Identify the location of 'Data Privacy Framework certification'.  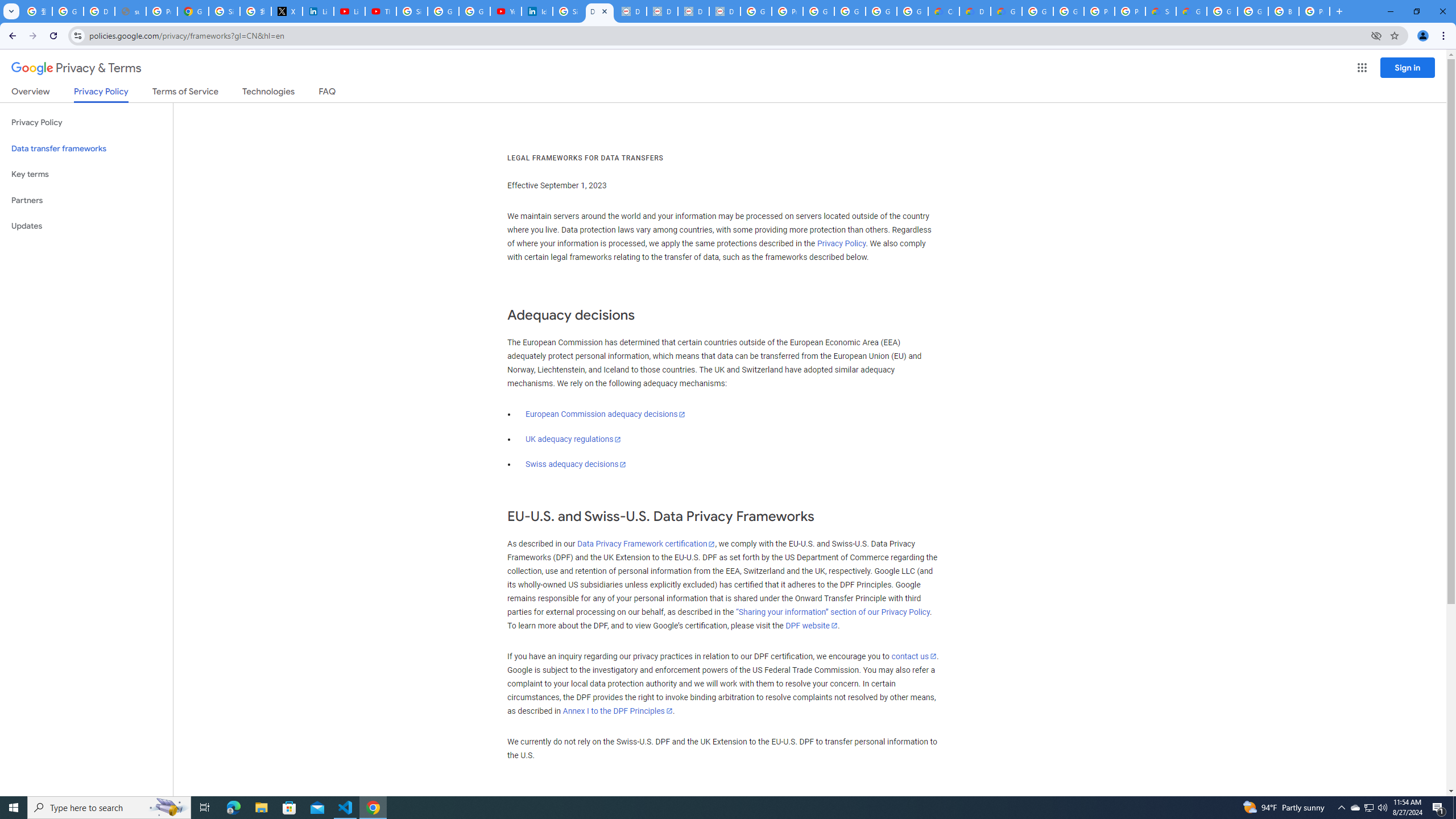
(645, 543).